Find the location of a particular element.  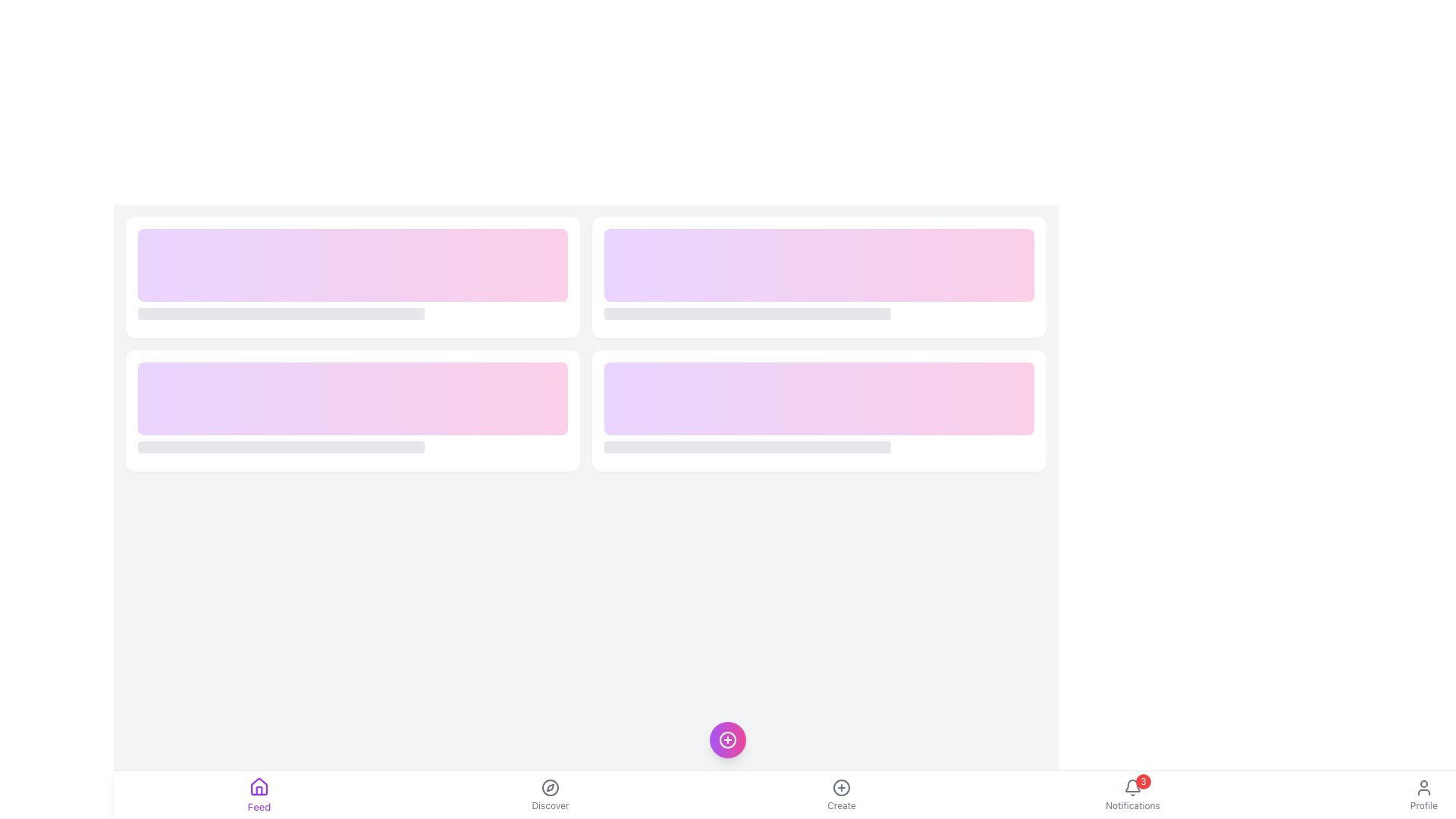

the central icon button within the 'Discover' navigation item at the bottom navigation bar to trigger a tooltip or visual feedback is located at coordinates (549, 786).